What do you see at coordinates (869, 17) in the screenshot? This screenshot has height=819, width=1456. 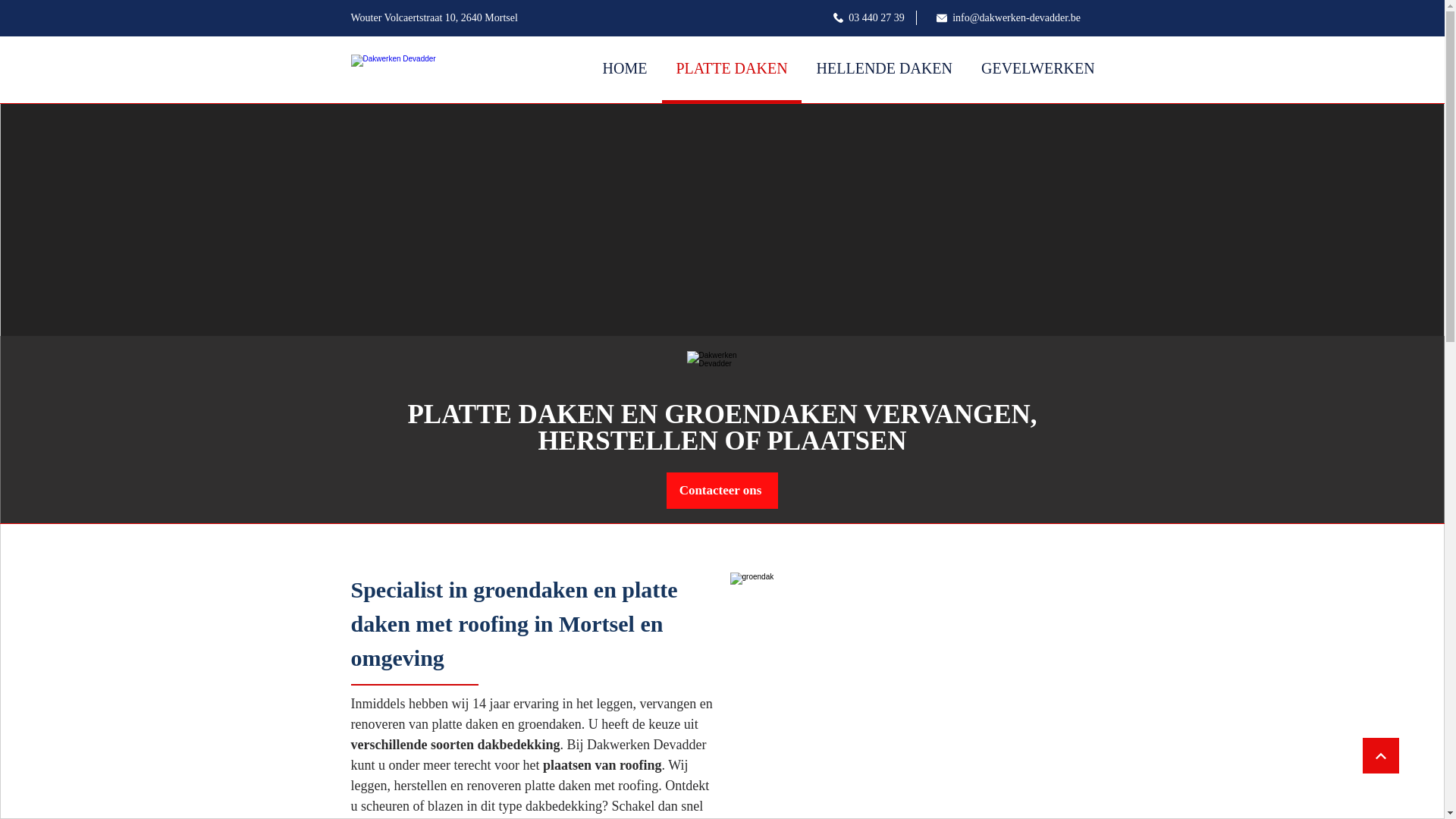 I see `'03 440 27 39'` at bounding box center [869, 17].